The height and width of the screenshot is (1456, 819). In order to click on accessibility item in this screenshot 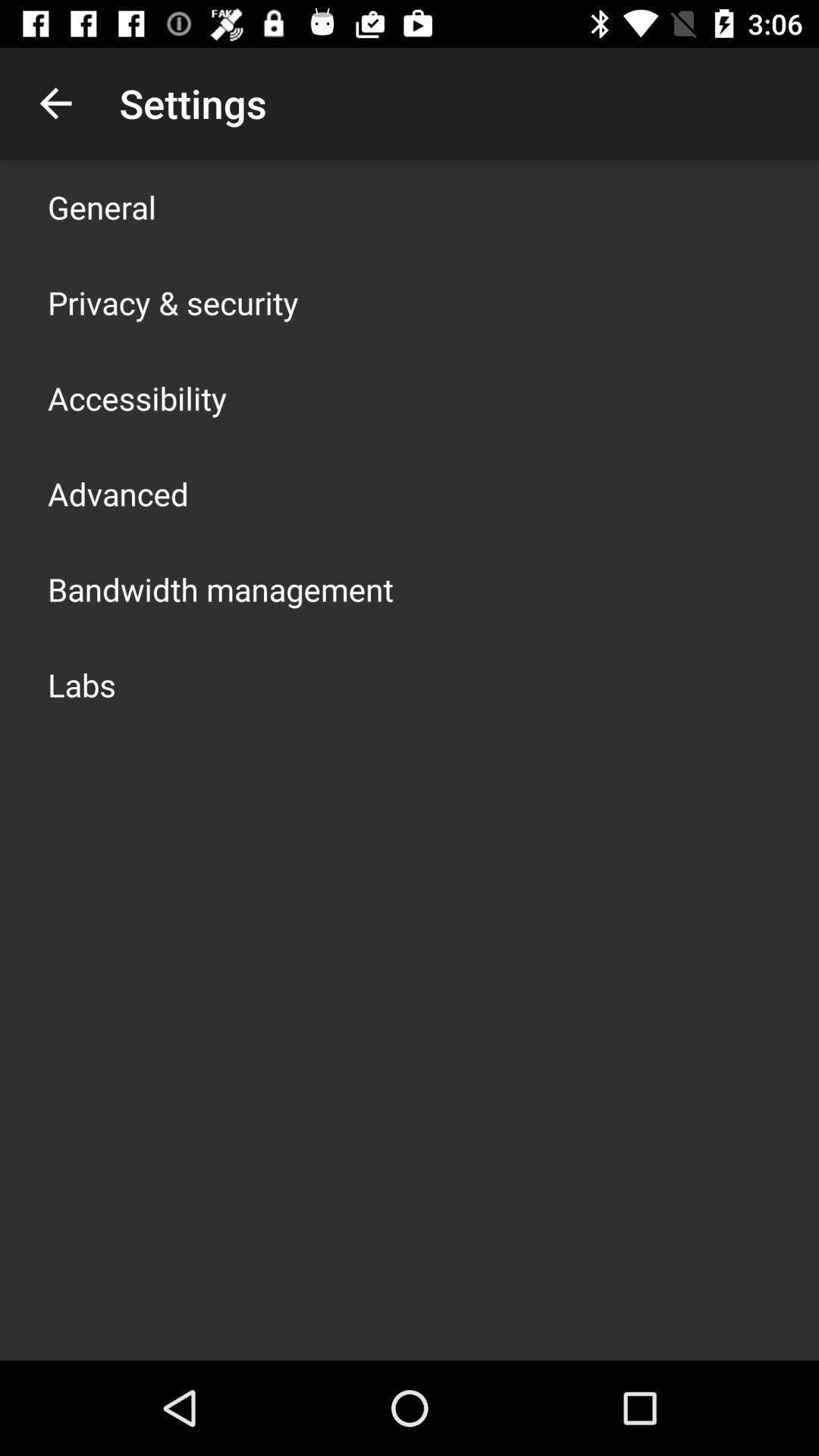, I will do `click(137, 397)`.